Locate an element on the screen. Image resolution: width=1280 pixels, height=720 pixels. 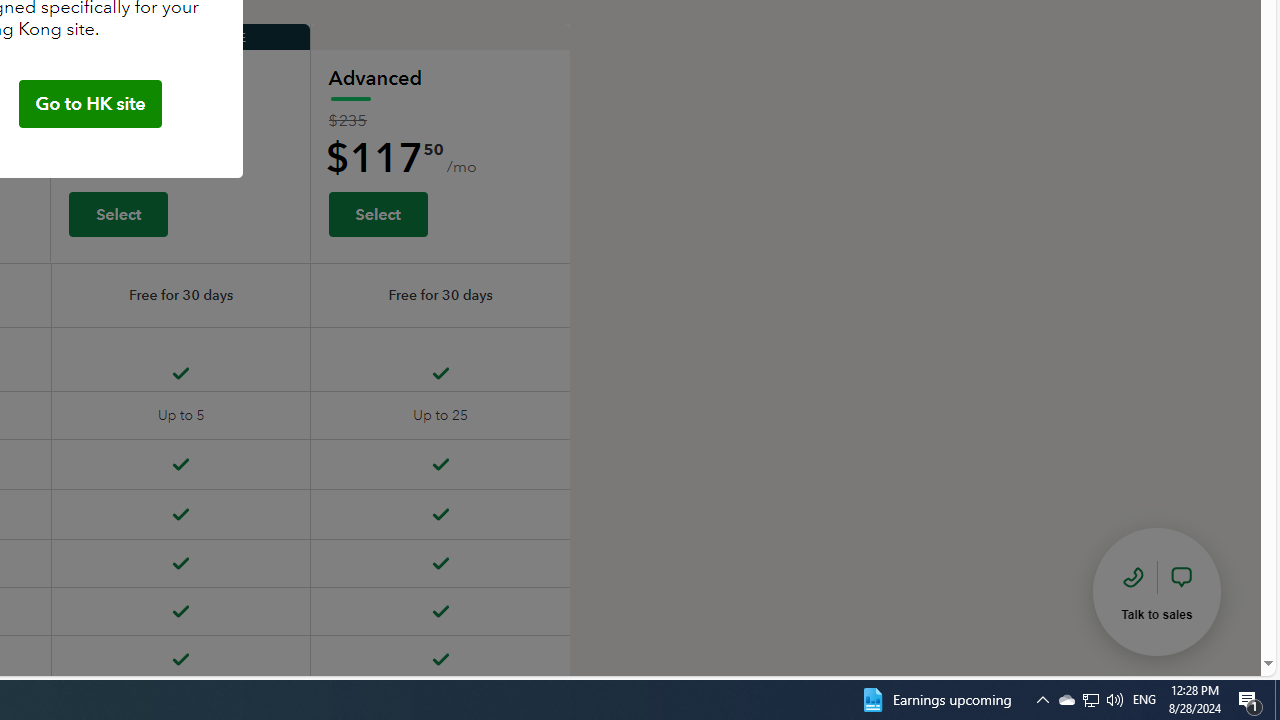
'talk to sales' is located at coordinates (1157, 590).